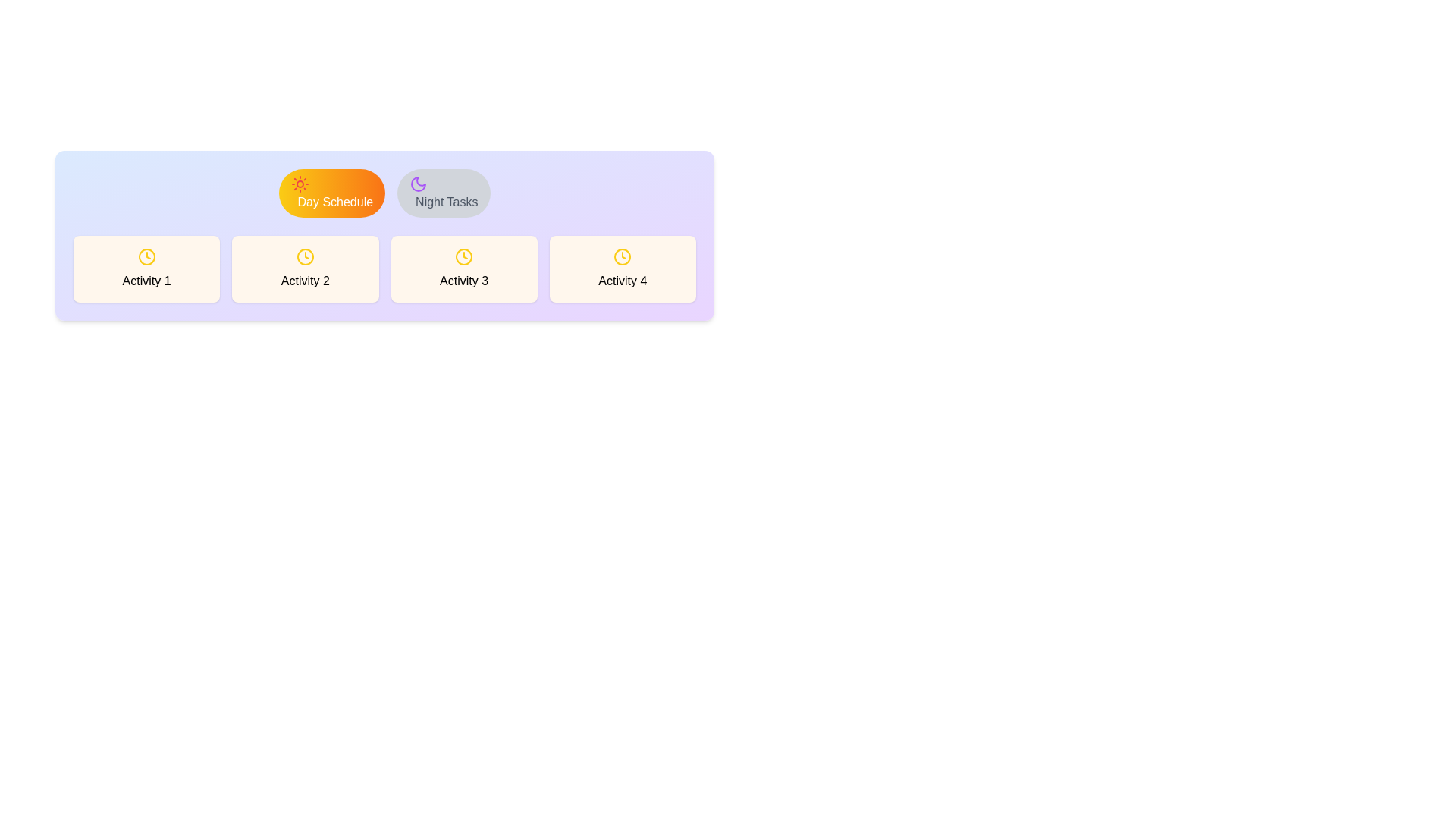 This screenshot has width=1456, height=819. What do you see at coordinates (331, 192) in the screenshot?
I see `the text Day Schedule within the content` at bounding box center [331, 192].